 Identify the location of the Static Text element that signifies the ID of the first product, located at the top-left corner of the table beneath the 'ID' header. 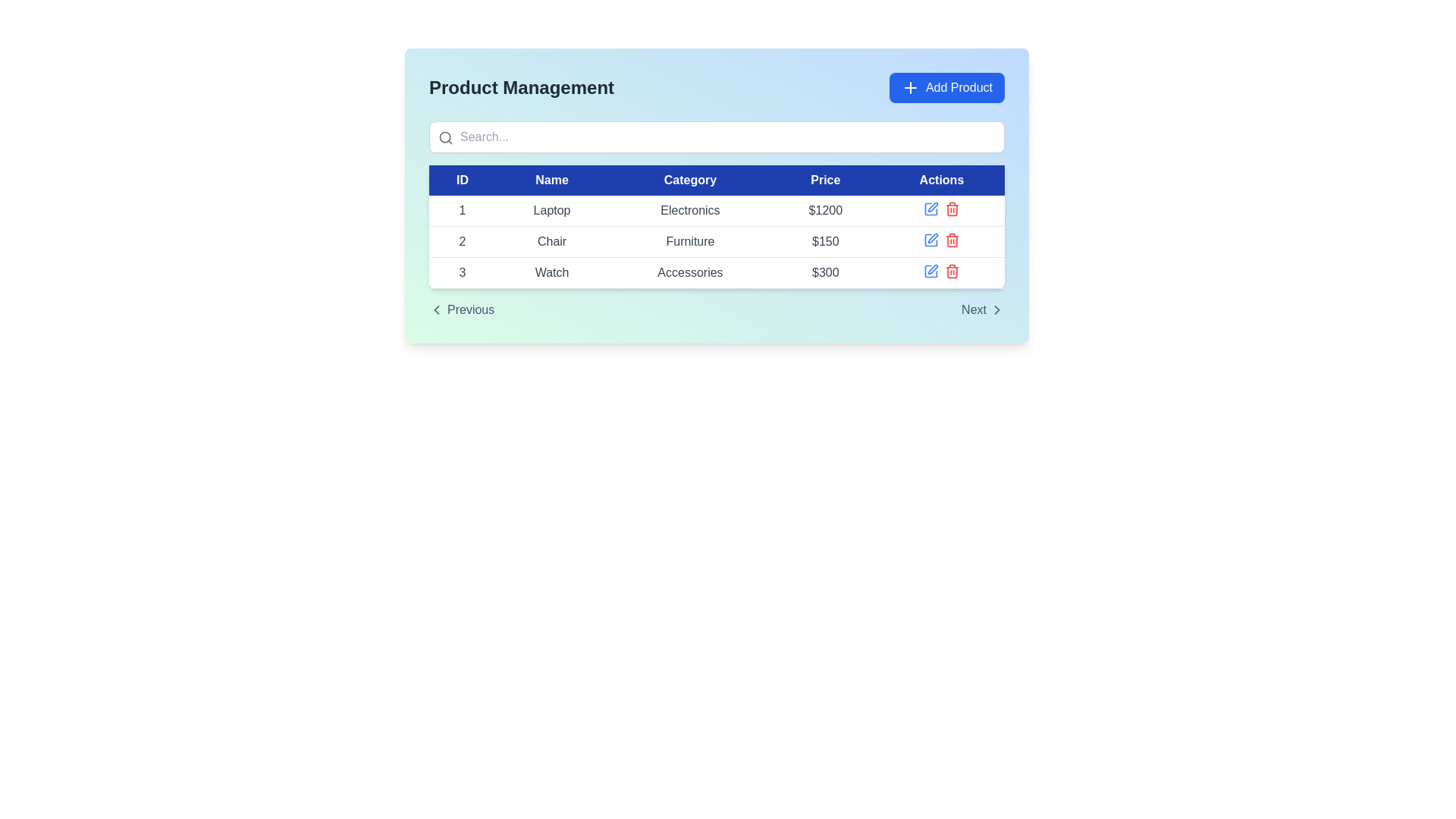
(461, 211).